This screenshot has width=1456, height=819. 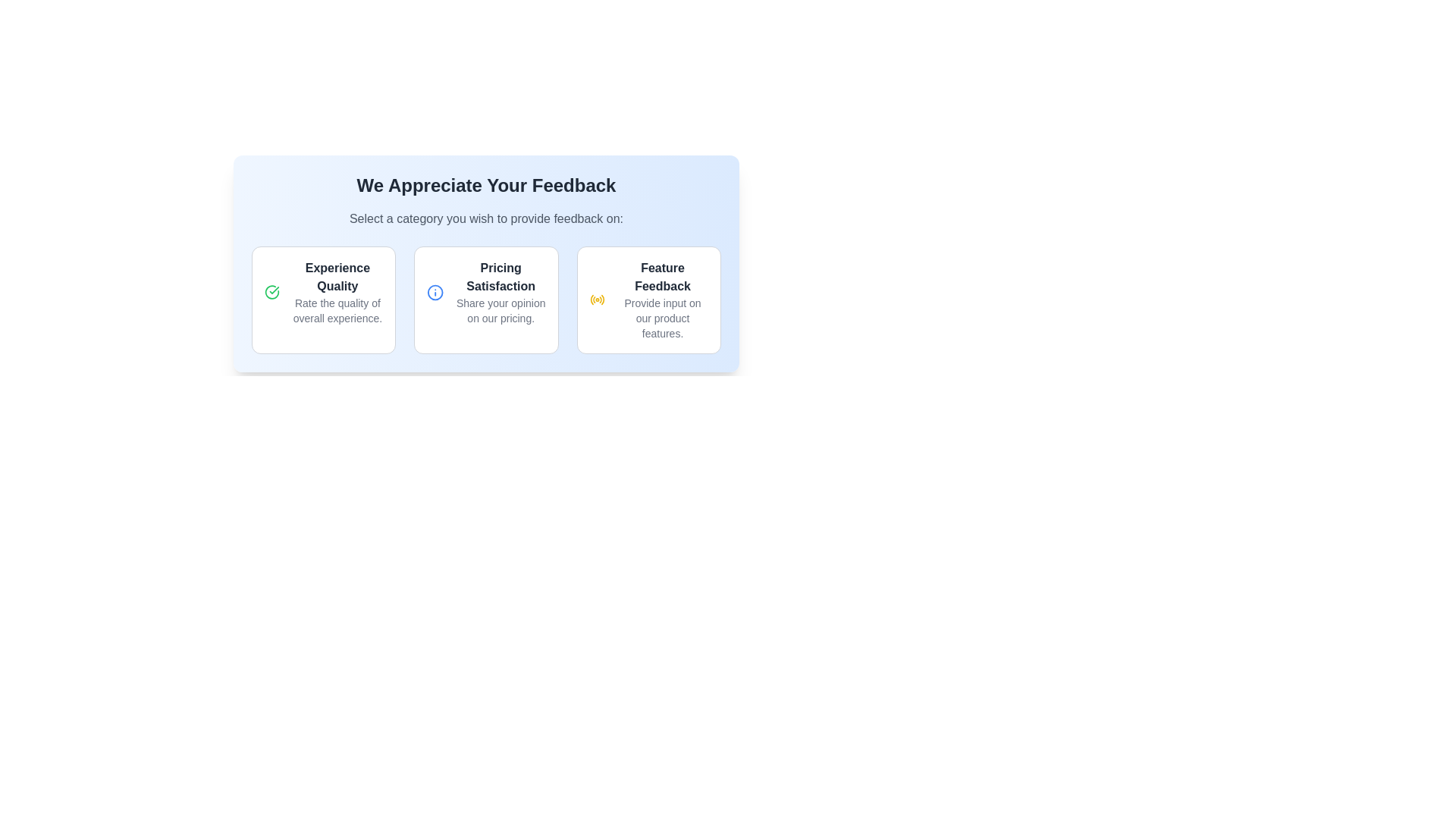 I want to click on the text label that states 'Rate the quality of overall experience.' which is styled in gray and located beneath the title 'Experience Quality', so click(x=337, y=309).